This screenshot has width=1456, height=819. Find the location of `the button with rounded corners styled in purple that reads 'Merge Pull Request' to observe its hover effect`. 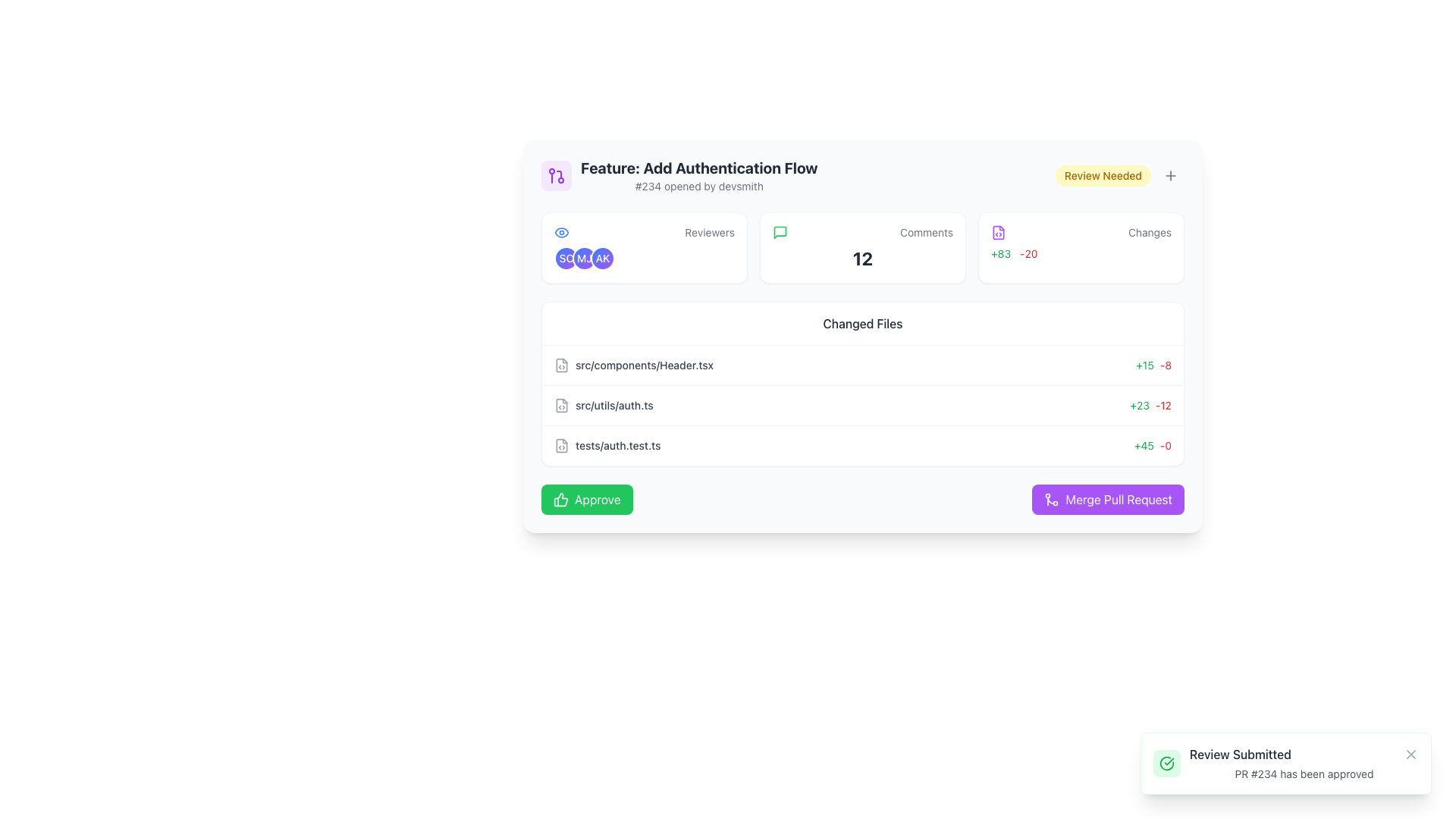

the button with rounded corners styled in purple that reads 'Merge Pull Request' to observe its hover effect is located at coordinates (1108, 500).